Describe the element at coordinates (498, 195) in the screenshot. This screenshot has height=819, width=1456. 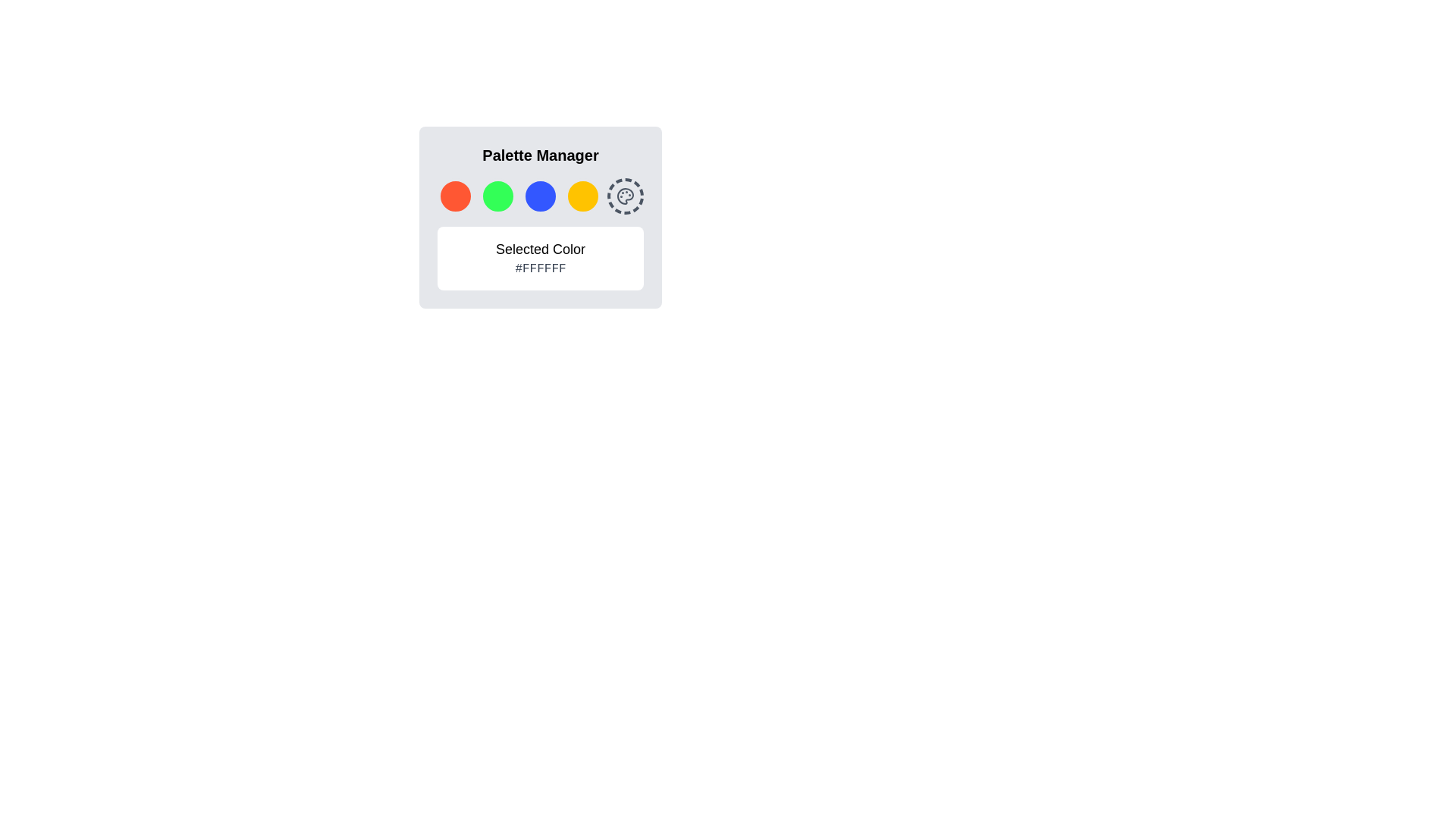
I see `the second selectable circular color button with a green color (#33FF57) located beneath the 'Palette Manager' title` at that location.